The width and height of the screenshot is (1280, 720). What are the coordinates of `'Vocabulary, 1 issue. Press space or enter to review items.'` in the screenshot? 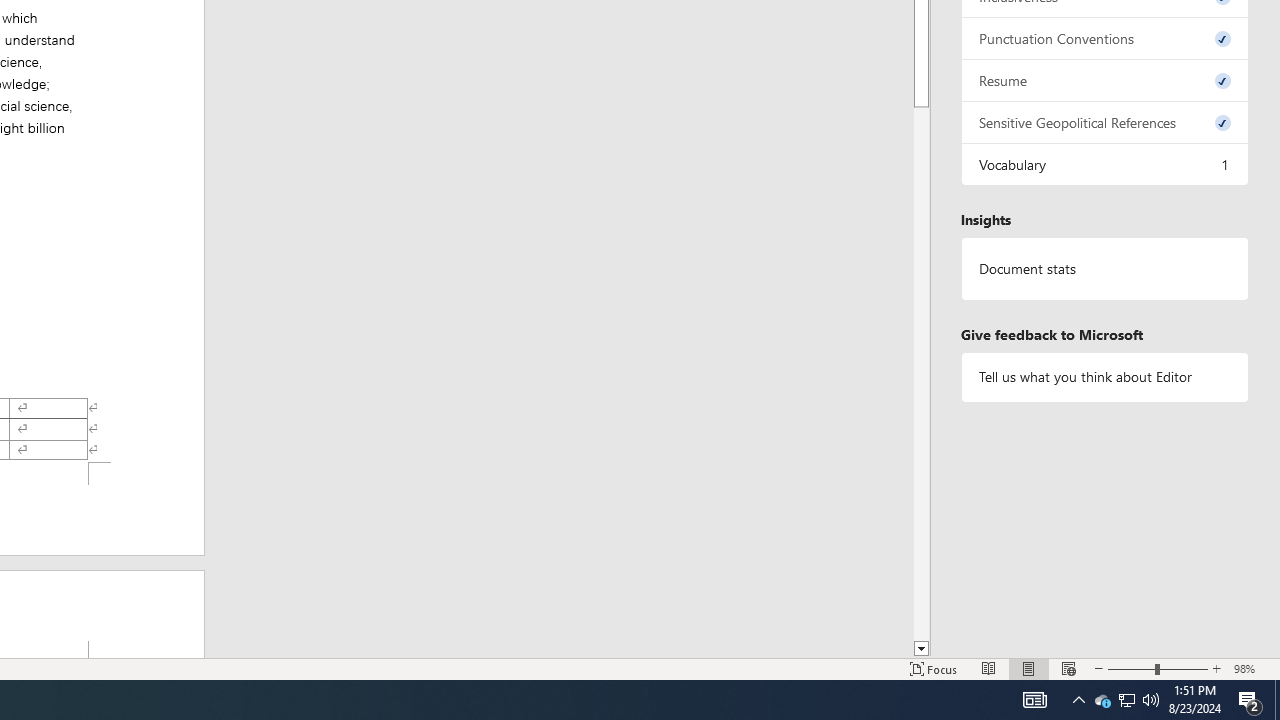 It's located at (1104, 163).